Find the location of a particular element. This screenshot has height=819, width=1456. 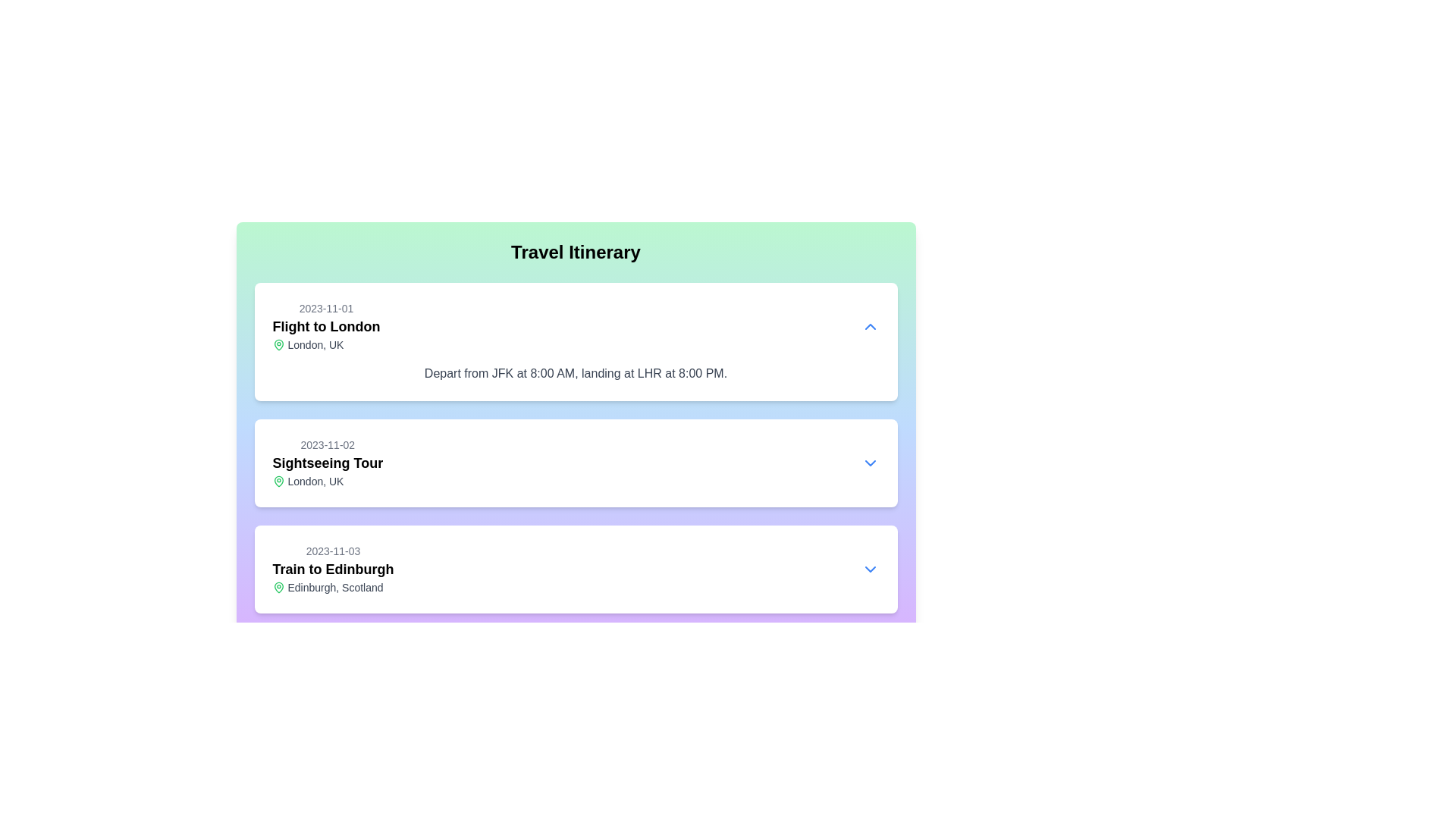

the second item in the vertically stacked itinerary list titled 'Sightseeing Tour' is located at coordinates (327, 462).